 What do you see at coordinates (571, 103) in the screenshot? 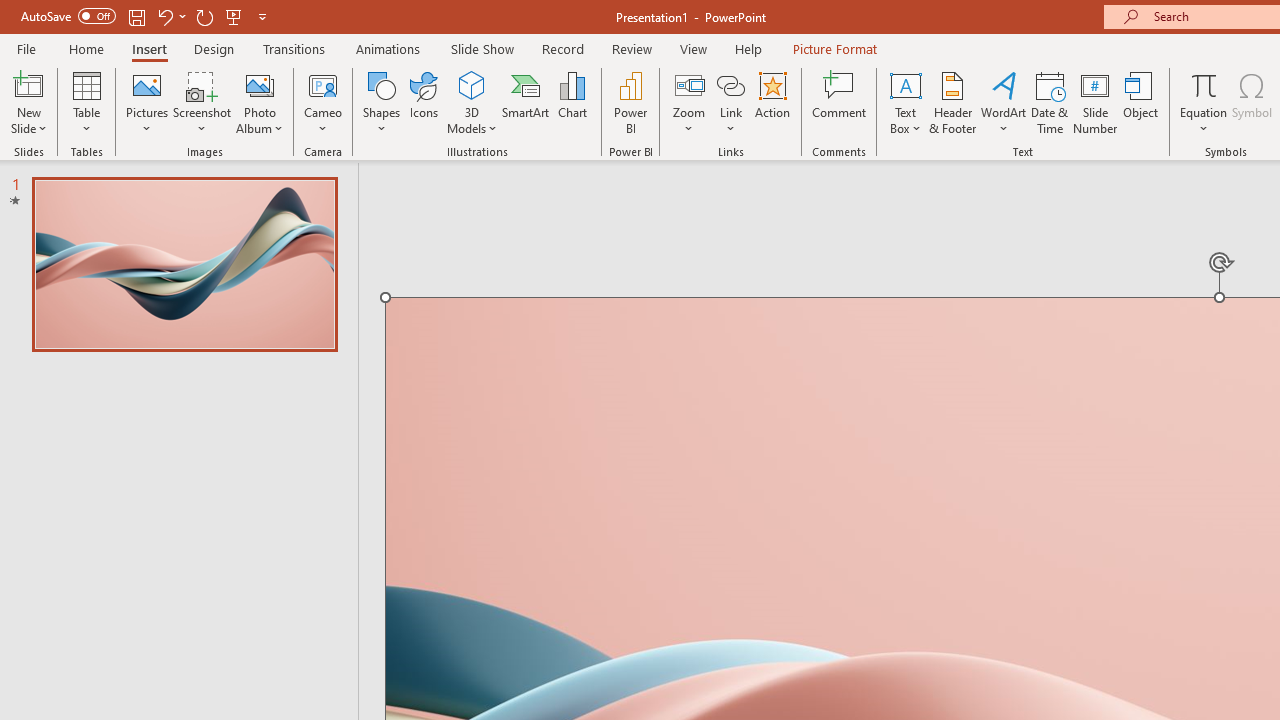
I see `'Chart...'` at bounding box center [571, 103].